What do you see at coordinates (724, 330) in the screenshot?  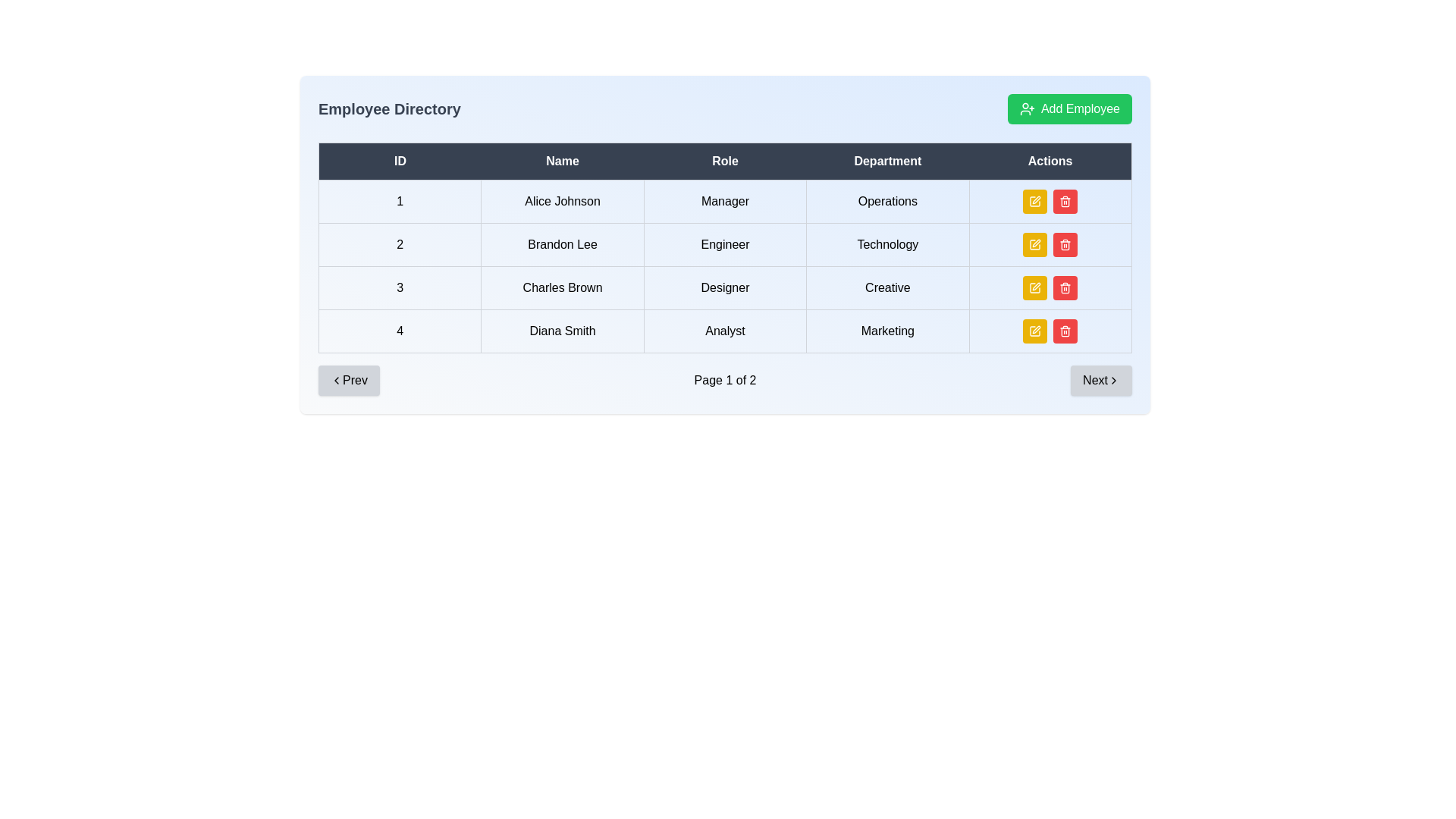 I see `the static text display in the third column of the fourth row, which indicates the role designation of the employee 'Diana Smith'` at bounding box center [724, 330].